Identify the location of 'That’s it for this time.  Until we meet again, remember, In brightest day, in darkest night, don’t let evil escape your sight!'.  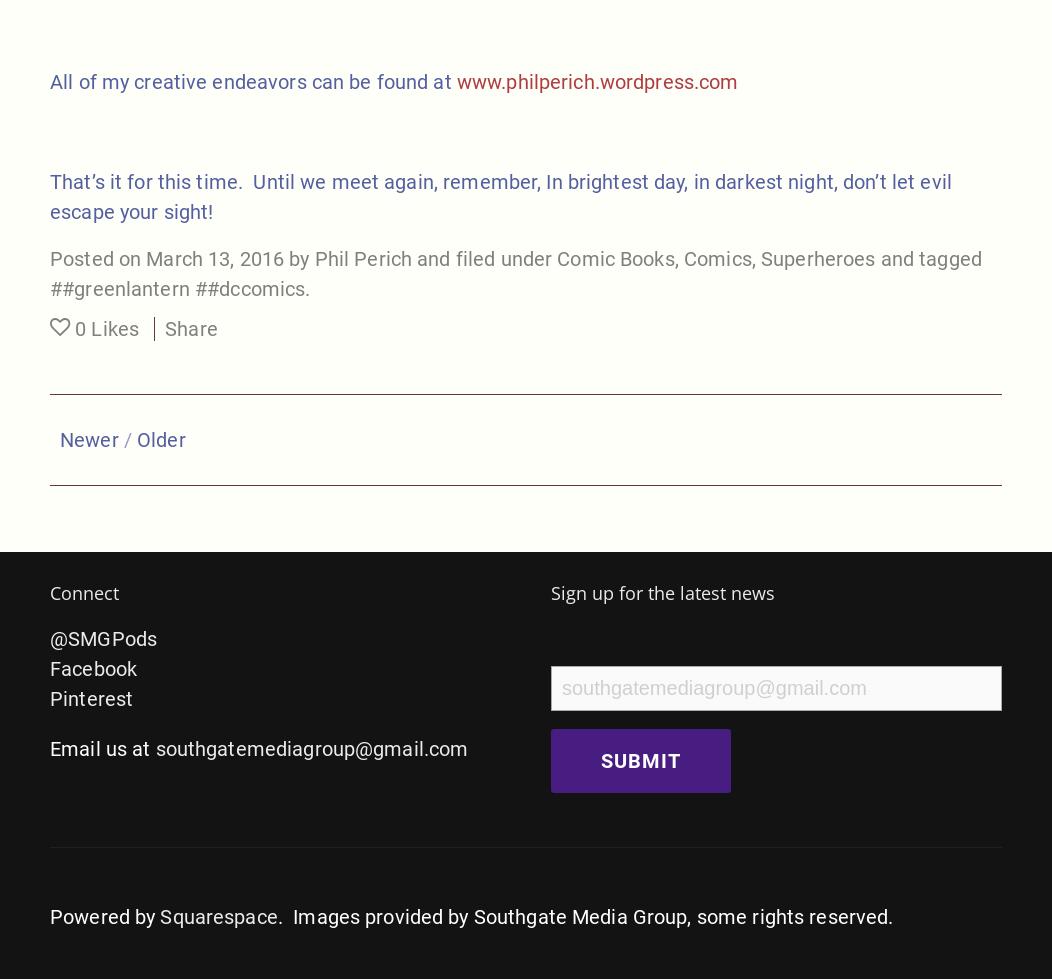
(499, 195).